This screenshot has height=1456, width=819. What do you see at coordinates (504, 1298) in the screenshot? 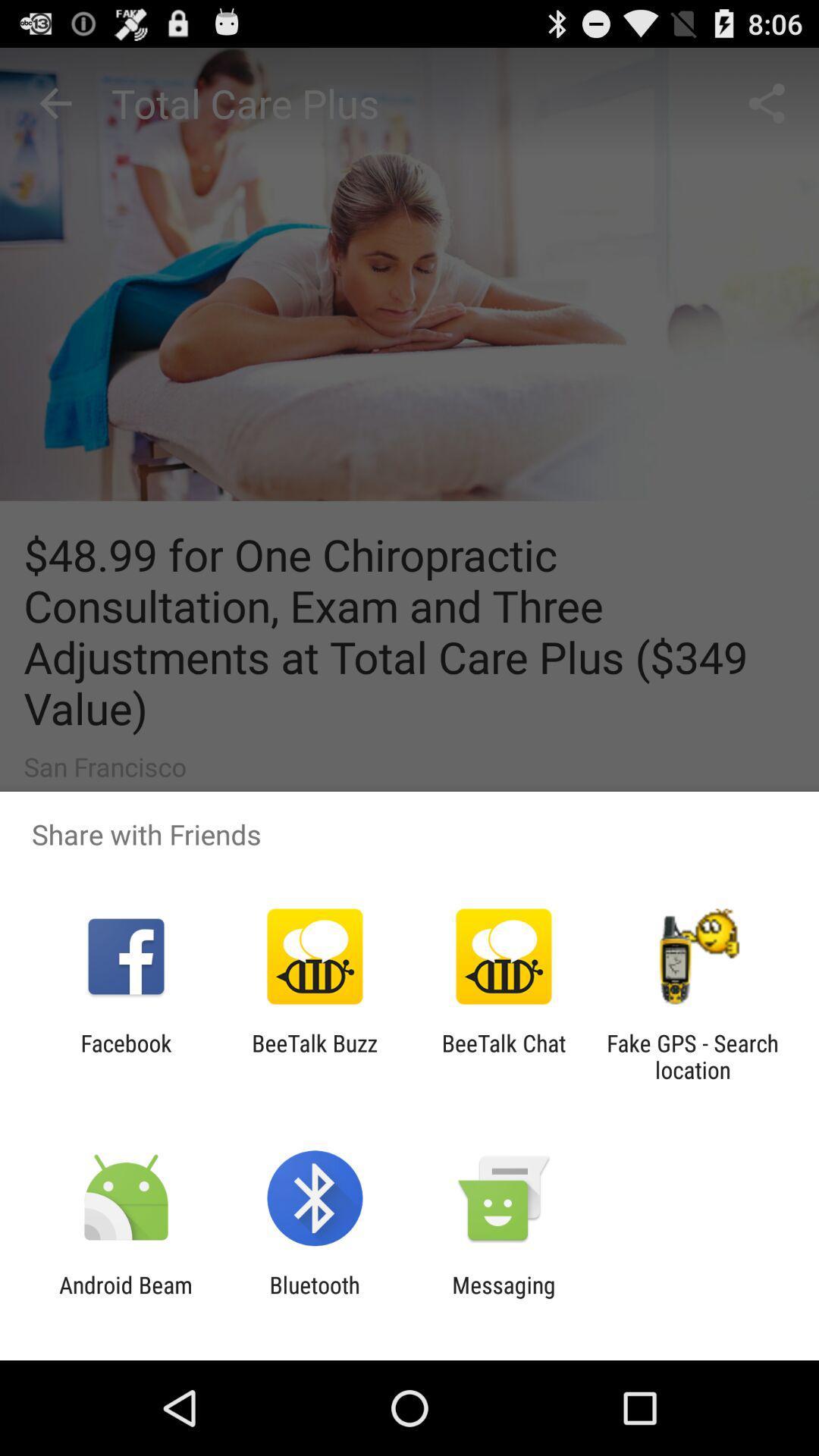
I see `the messaging` at bounding box center [504, 1298].